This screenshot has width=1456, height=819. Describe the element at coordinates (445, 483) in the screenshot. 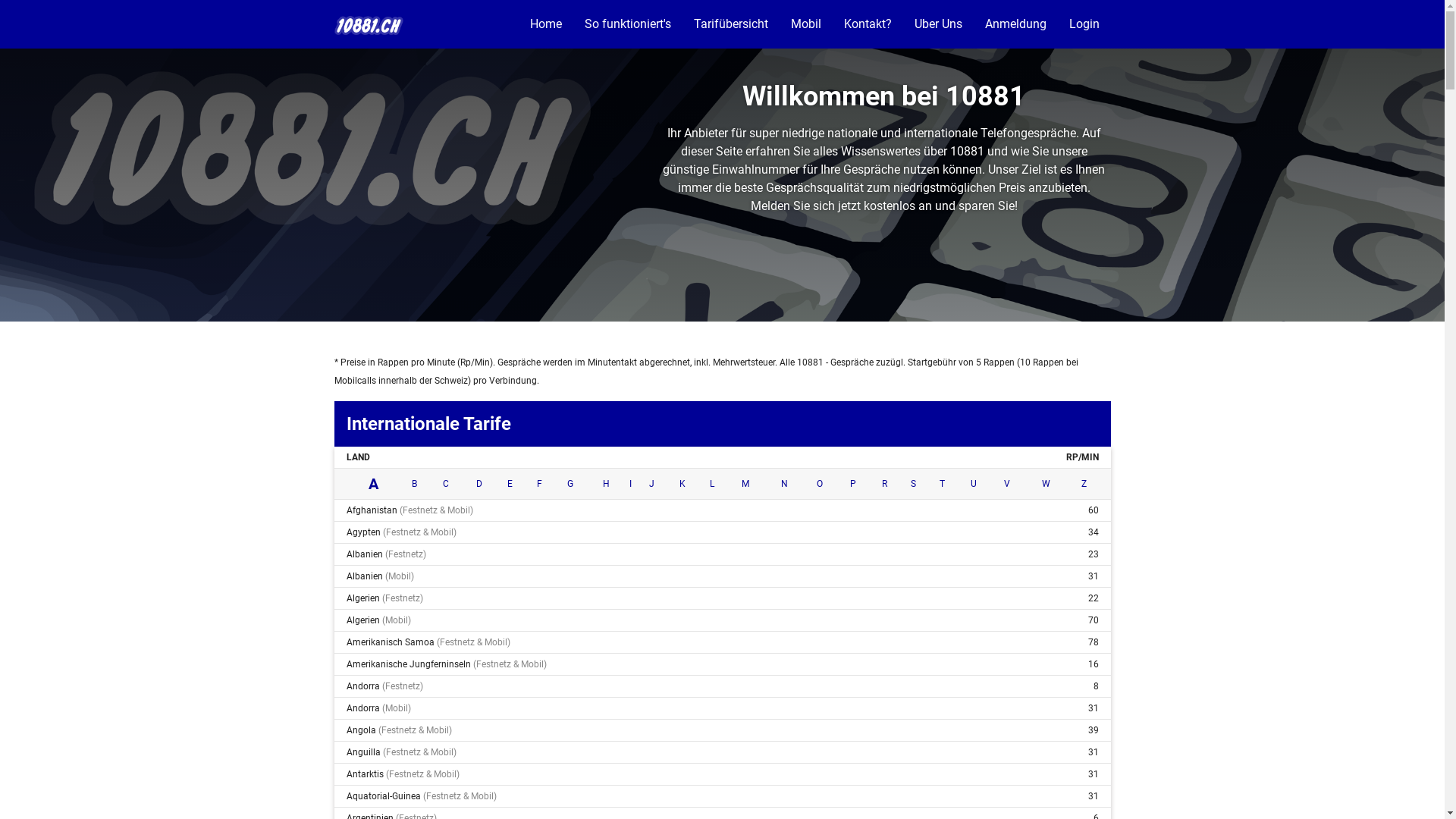

I see `'C'` at that location.